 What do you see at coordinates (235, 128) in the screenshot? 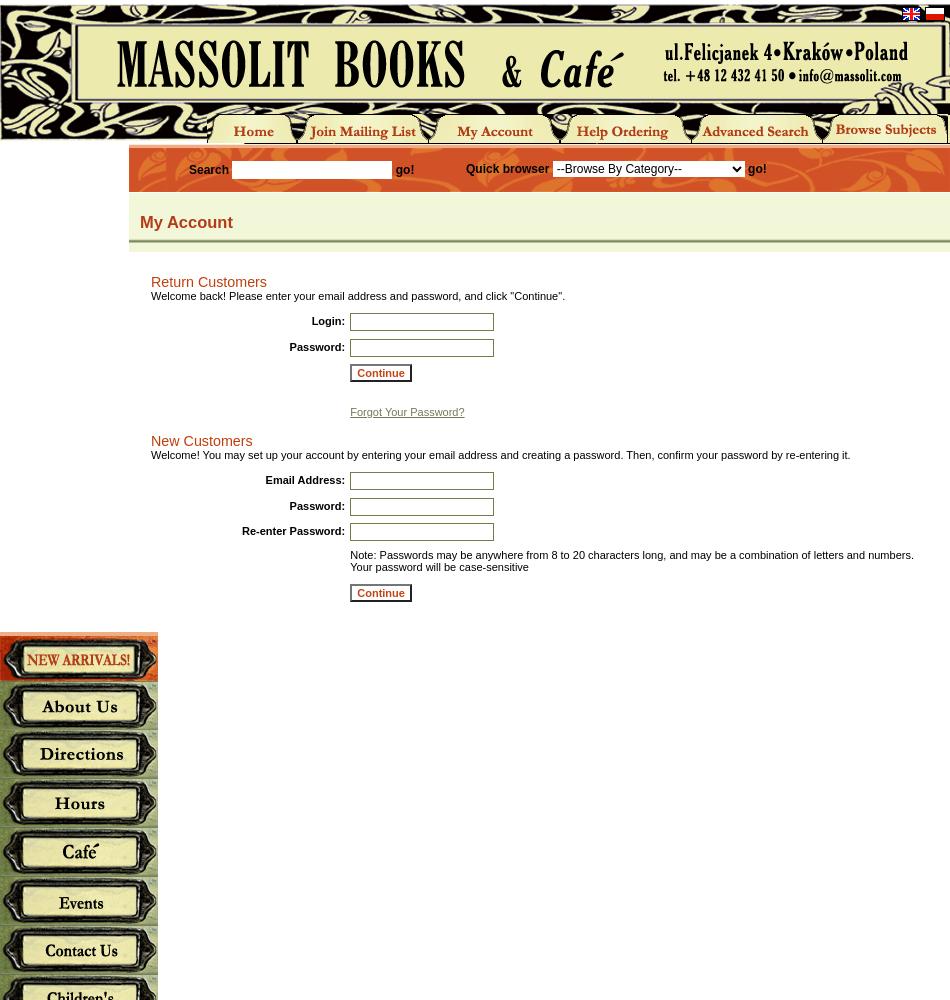
I see `'Home'` at bounding box center [235, 128].